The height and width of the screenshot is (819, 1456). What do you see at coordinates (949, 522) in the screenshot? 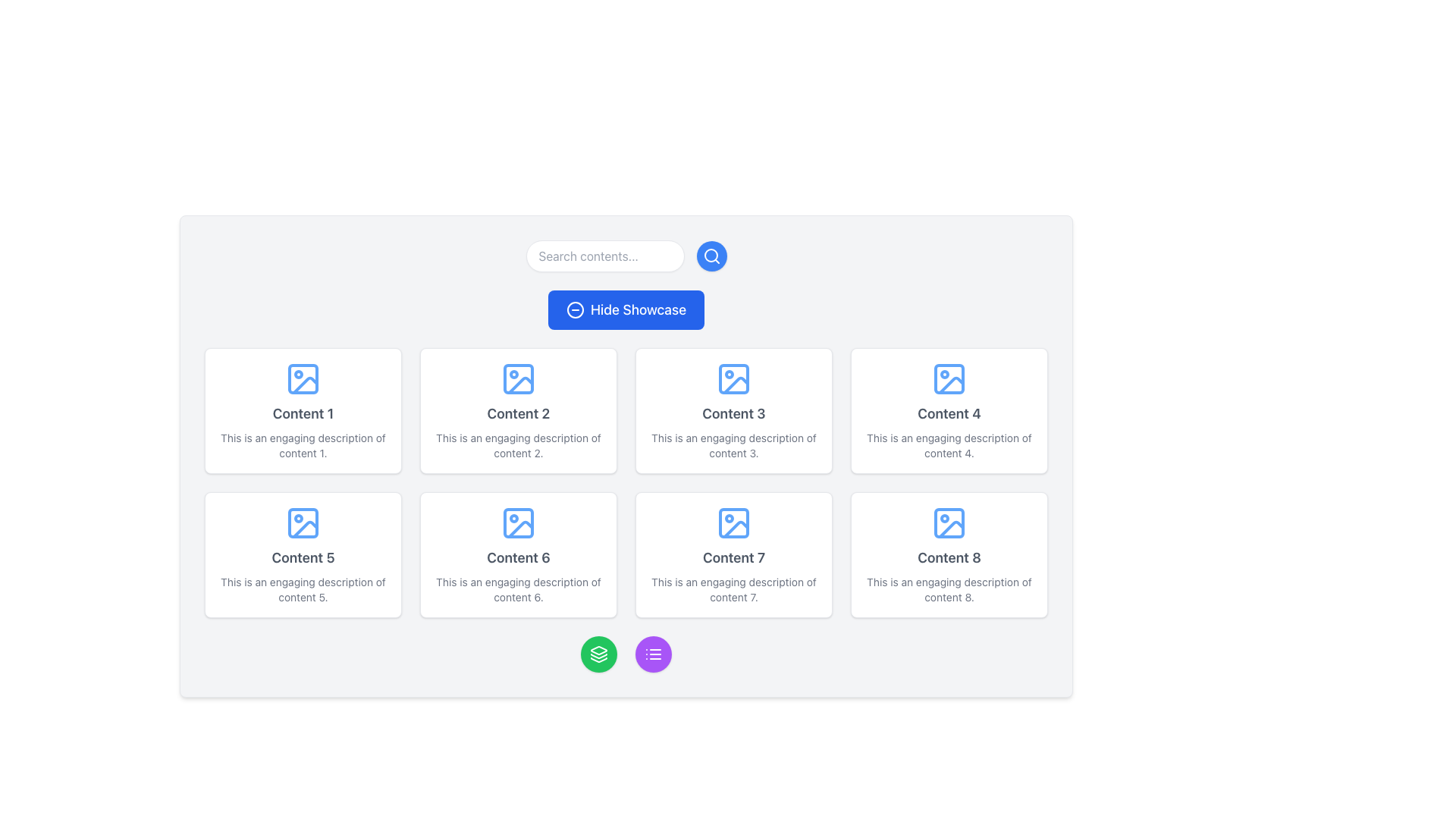
I see `the decorative SVG icon indicating the presence of an image associated with 'Content 8' located in the bottom-right quadrant of the interface` at bounding box center [949, 522].